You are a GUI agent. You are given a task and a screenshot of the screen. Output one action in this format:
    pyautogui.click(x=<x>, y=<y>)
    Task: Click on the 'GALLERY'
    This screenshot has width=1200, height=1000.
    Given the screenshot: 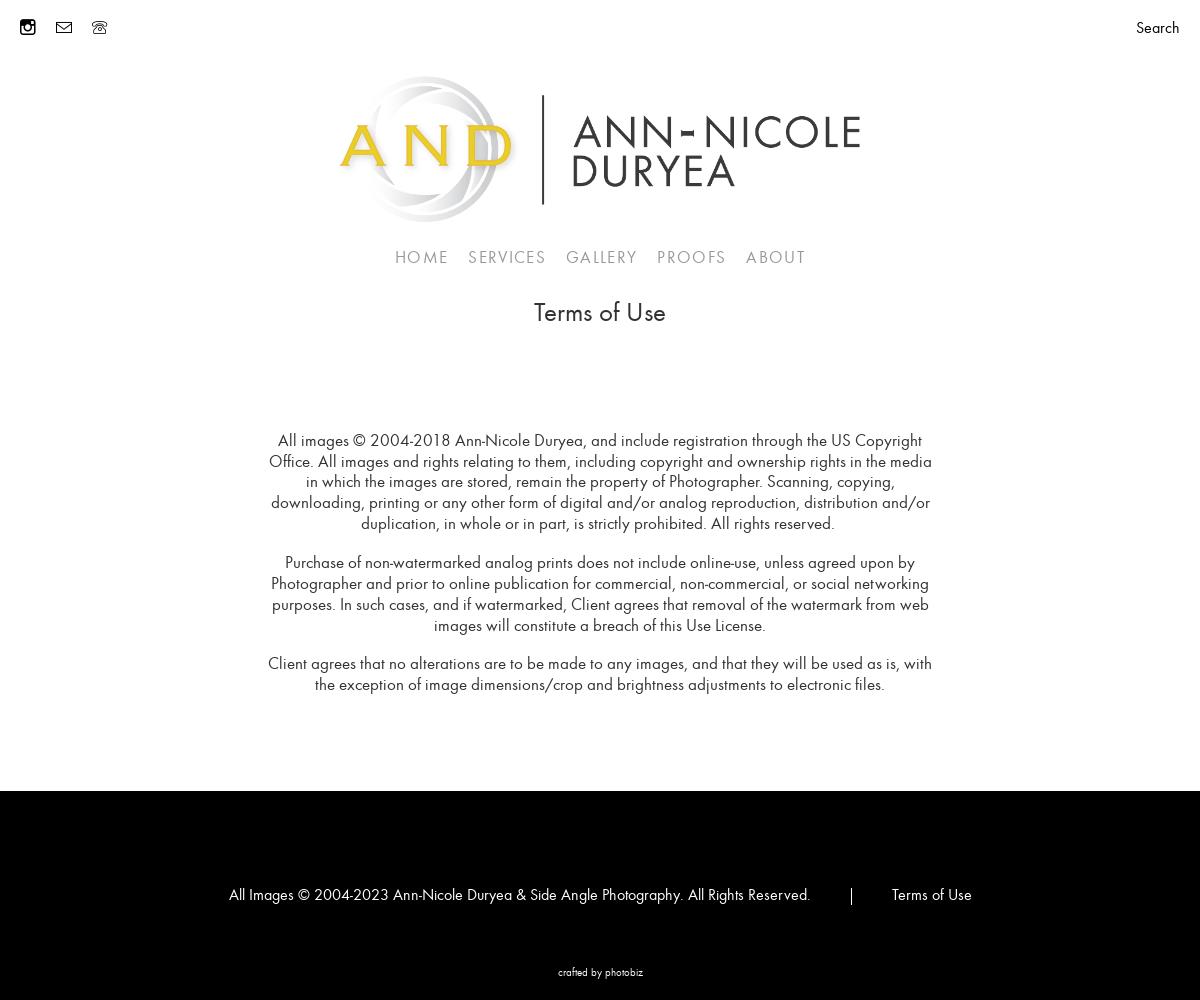 What is the action you would take?
    pyautogui.click(x=601, y=257)
    